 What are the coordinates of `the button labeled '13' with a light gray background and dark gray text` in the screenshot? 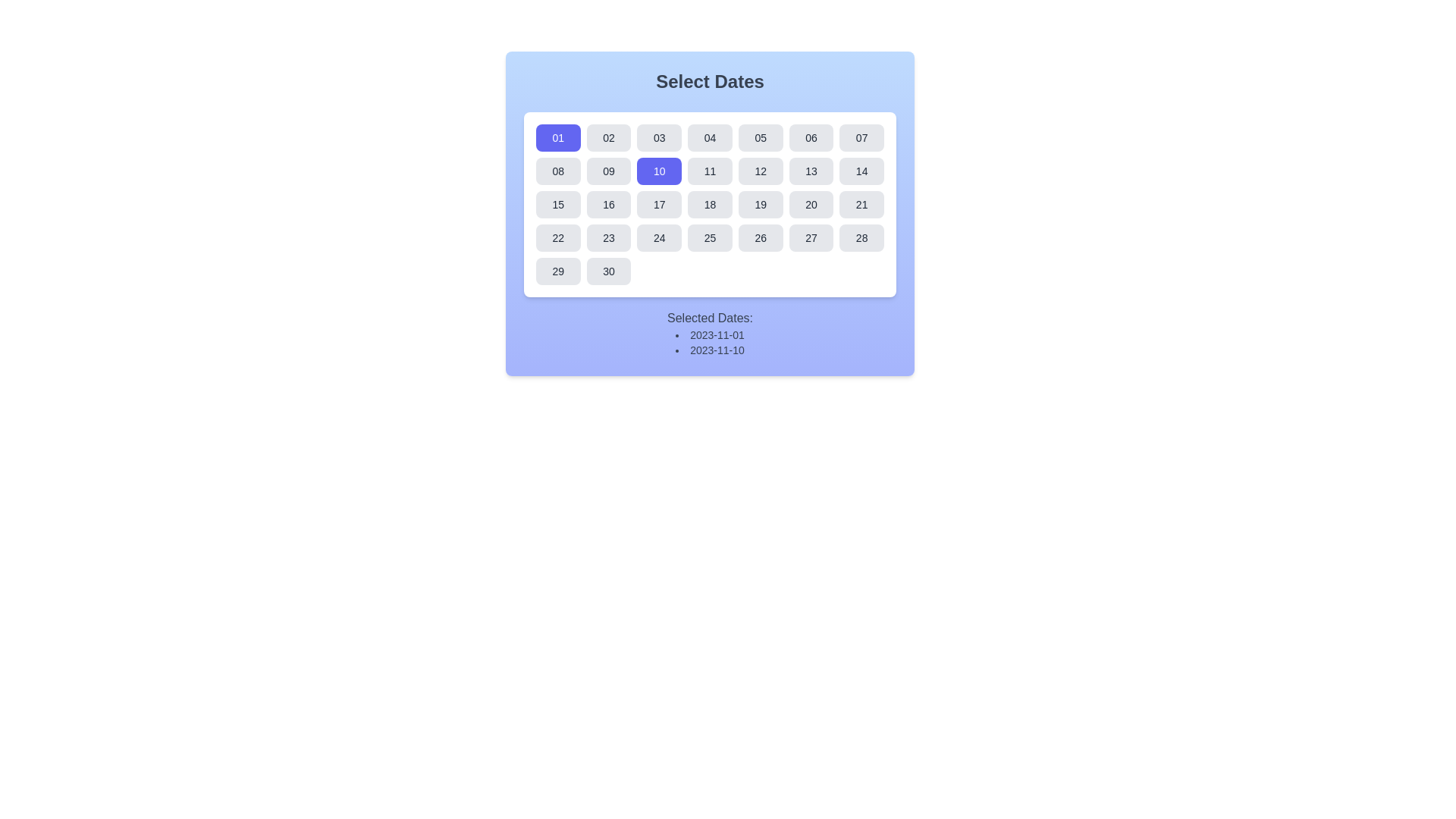 It's located at (811, 171).